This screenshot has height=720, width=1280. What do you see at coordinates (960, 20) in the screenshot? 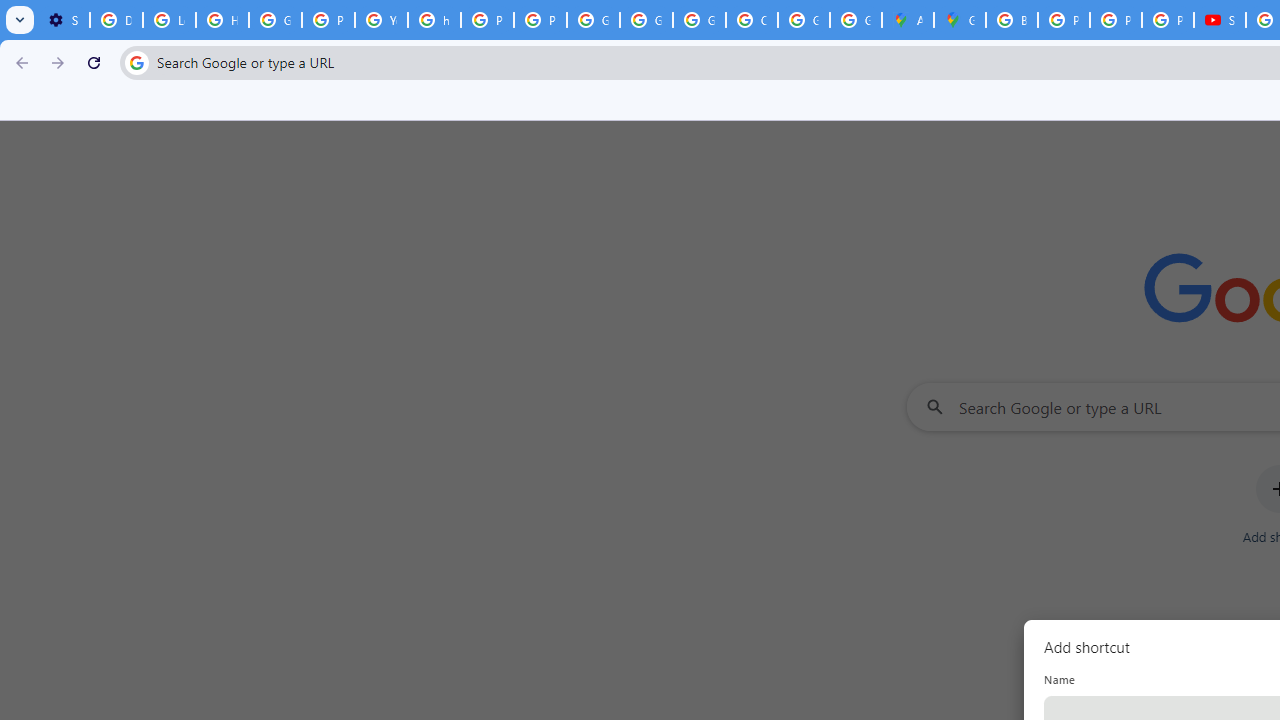
I see `'Google Maps'` at bounding box center [960, 20].